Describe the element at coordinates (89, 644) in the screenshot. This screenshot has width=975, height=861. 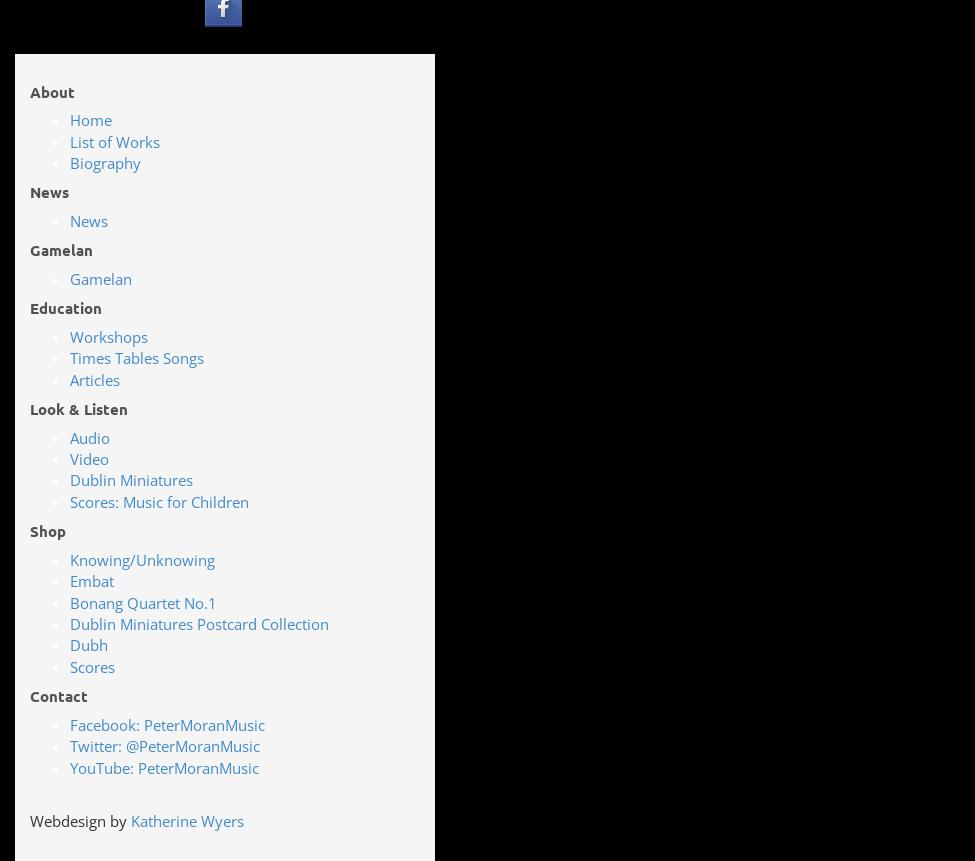
I see `'Dubh'` at that location.